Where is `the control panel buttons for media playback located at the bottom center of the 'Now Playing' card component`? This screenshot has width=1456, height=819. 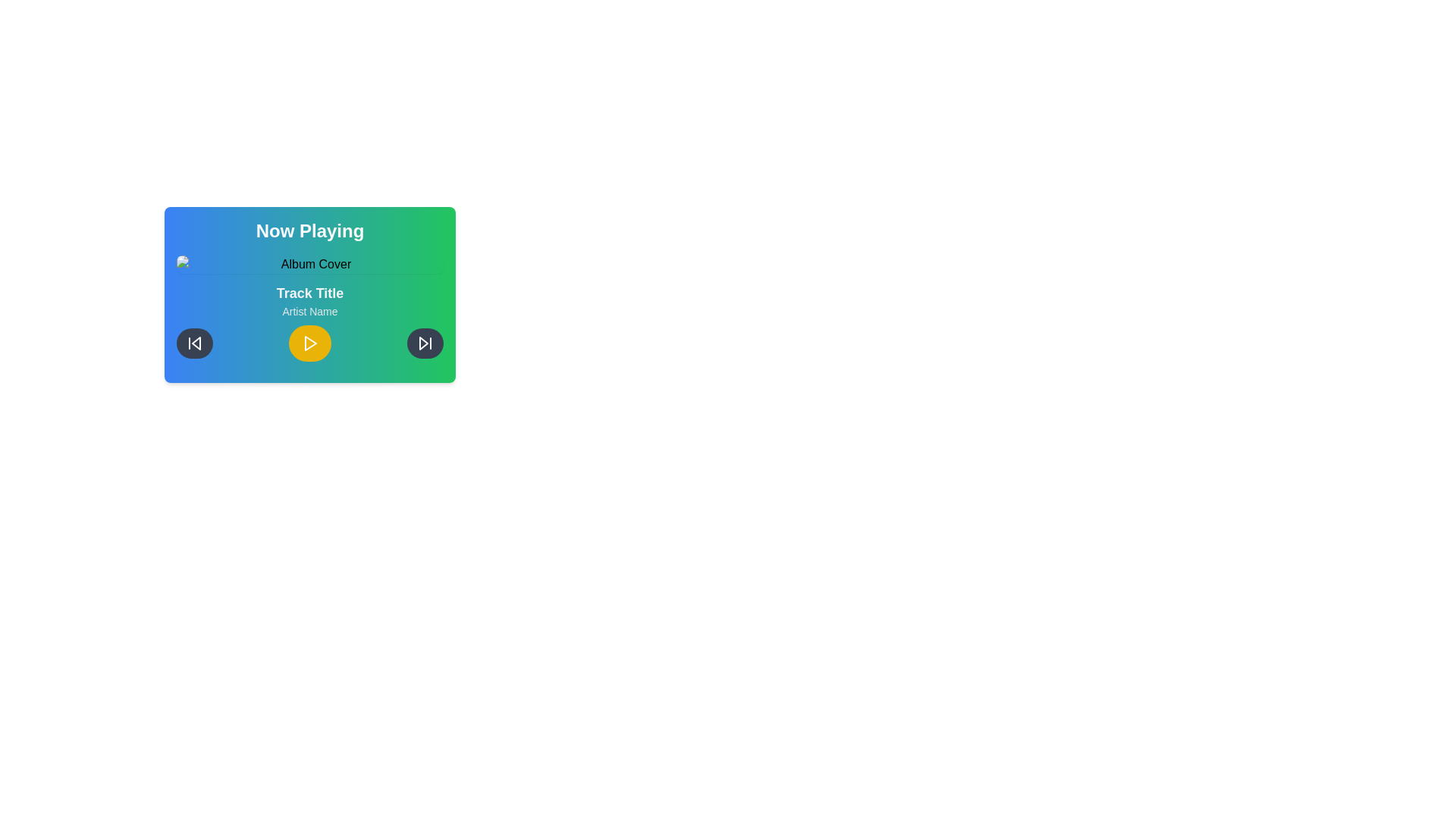 the control panel buttons for media playback located at the bottom center of the 'Now Playing' card component is located at coordinates (309, 343).